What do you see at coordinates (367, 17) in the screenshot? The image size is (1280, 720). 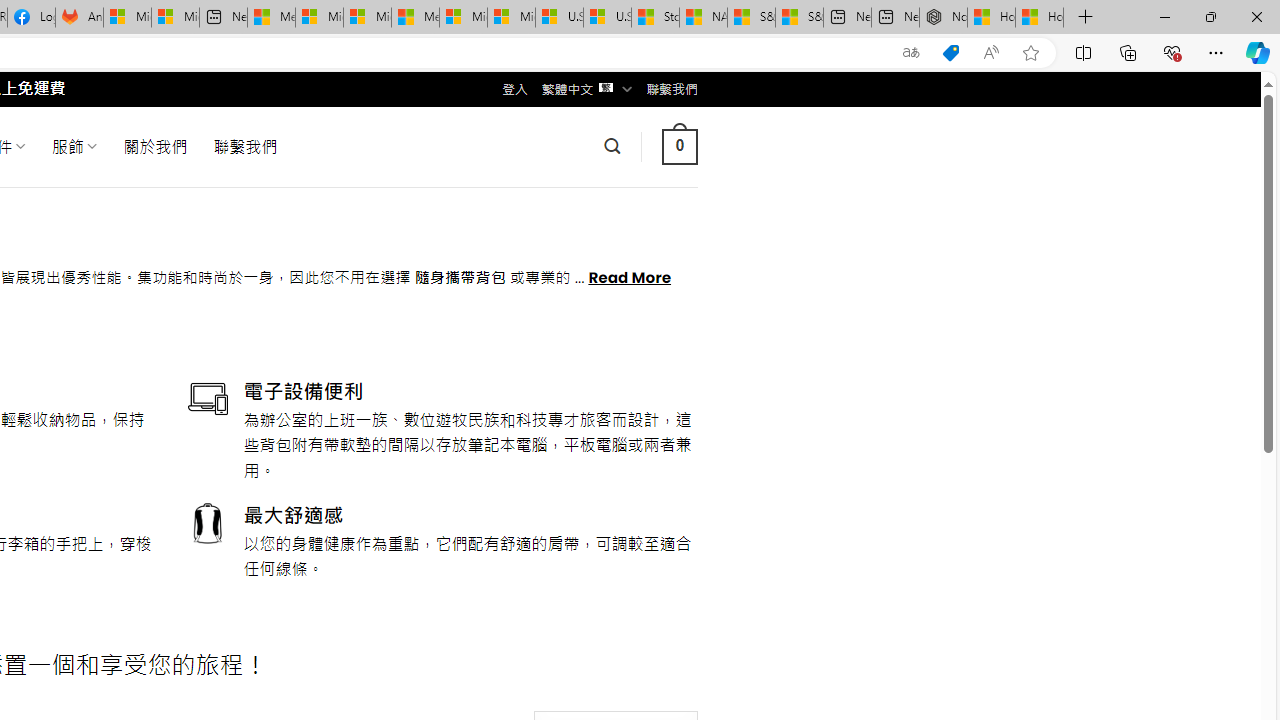 I see `'Microsoft account | Home'` at bounding box center [367, 17].